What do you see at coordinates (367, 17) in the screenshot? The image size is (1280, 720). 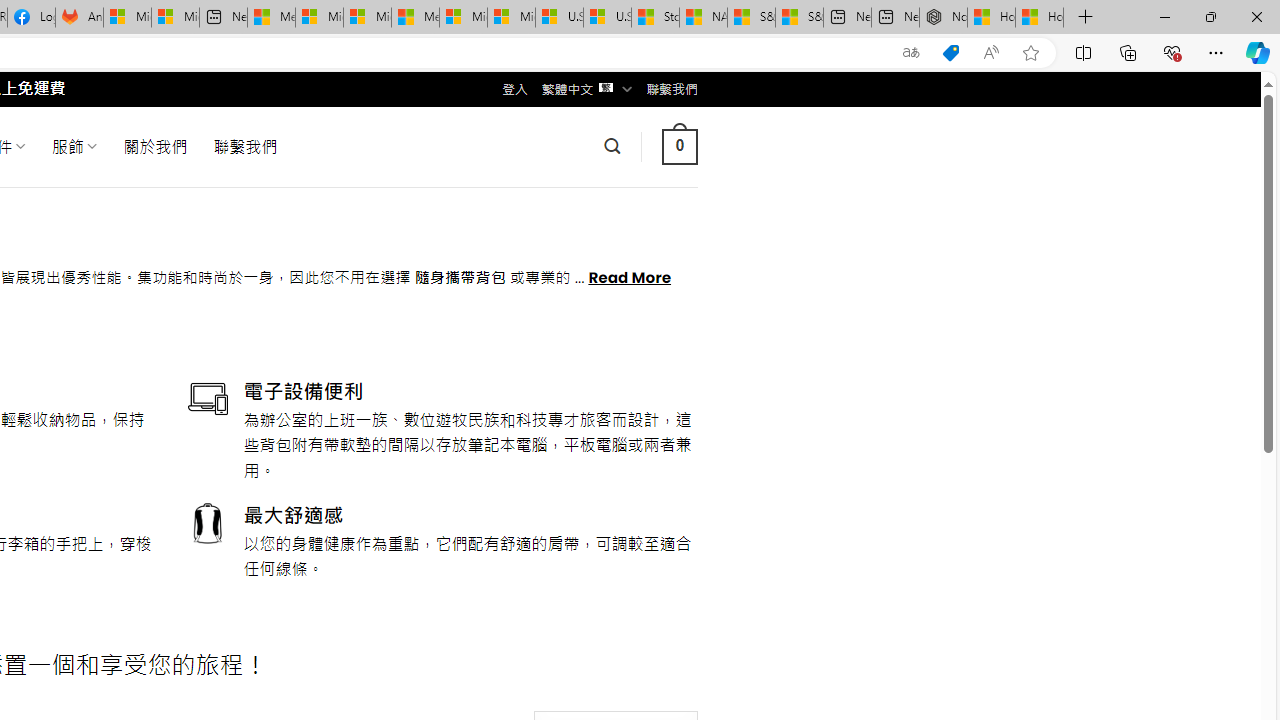 I see `'Microsoft account | Home'` at bounding box center [367, 17].